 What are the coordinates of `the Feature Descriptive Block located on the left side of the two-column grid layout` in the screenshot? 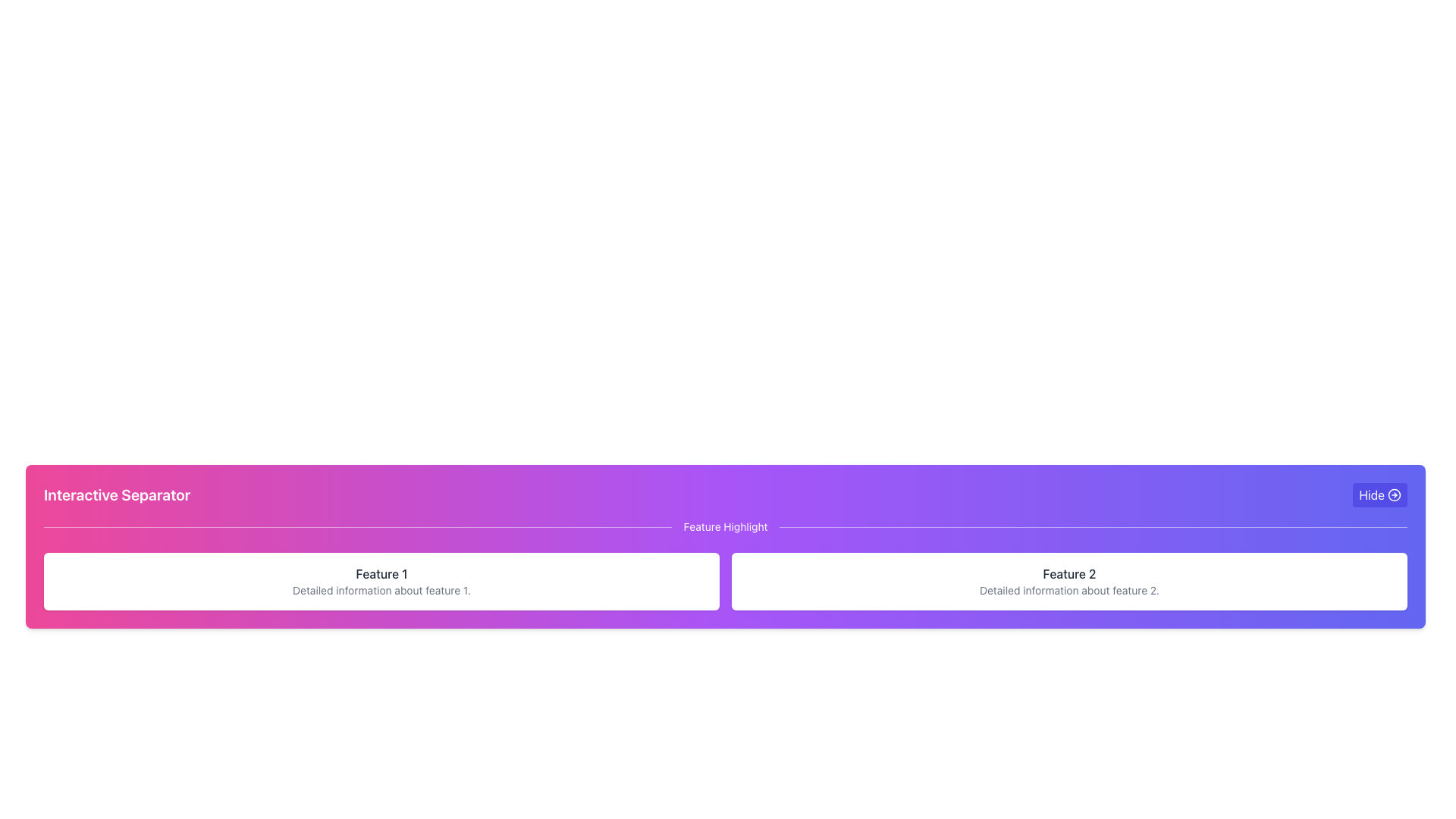 It's located at (381, 581).